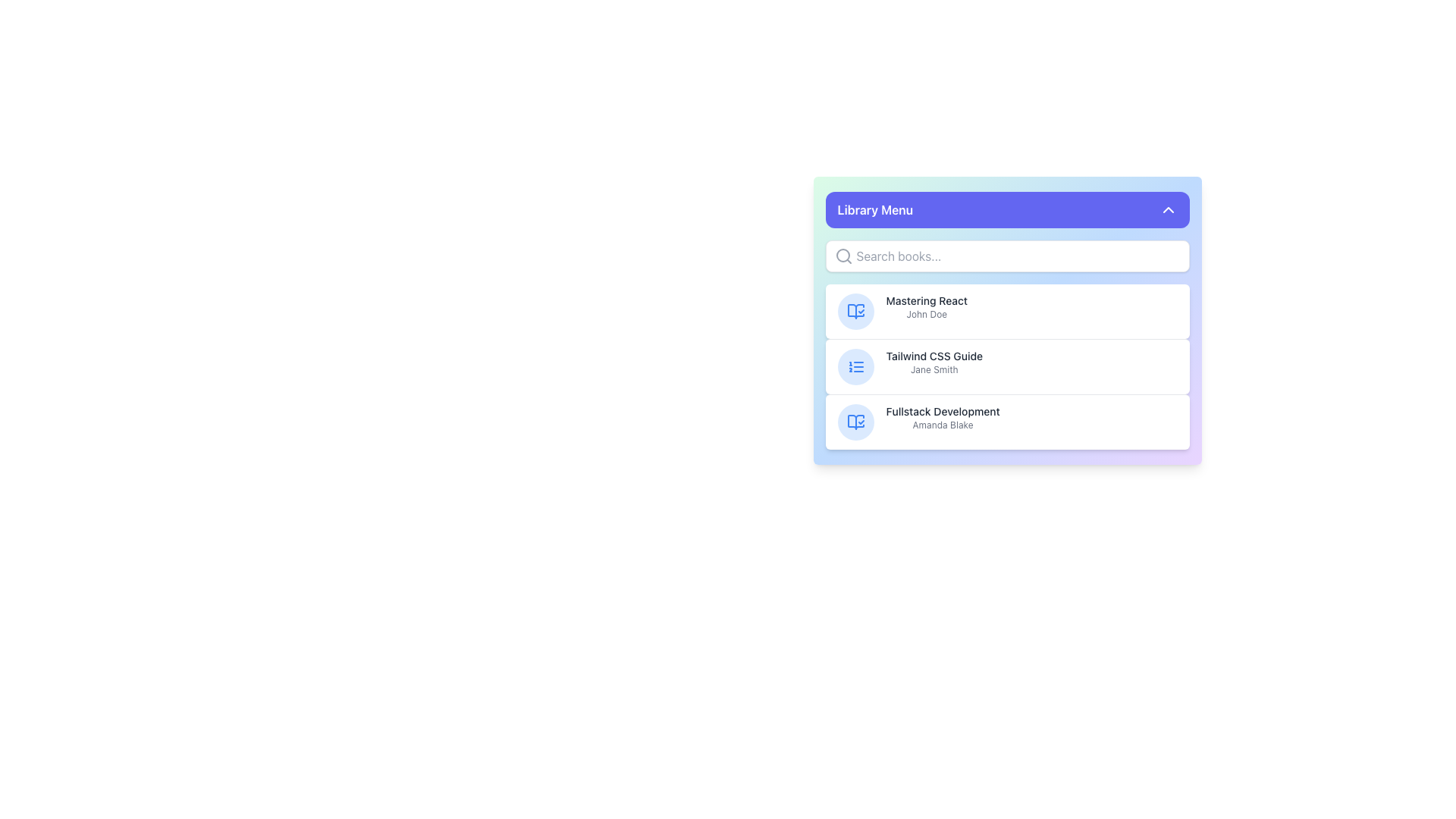 Image resolution: width=1456 pixels, height=819 pixels. I want to click on the SVG icon representing an open book with a check mark next to the 'Mastering React' item, so click(855, 422).